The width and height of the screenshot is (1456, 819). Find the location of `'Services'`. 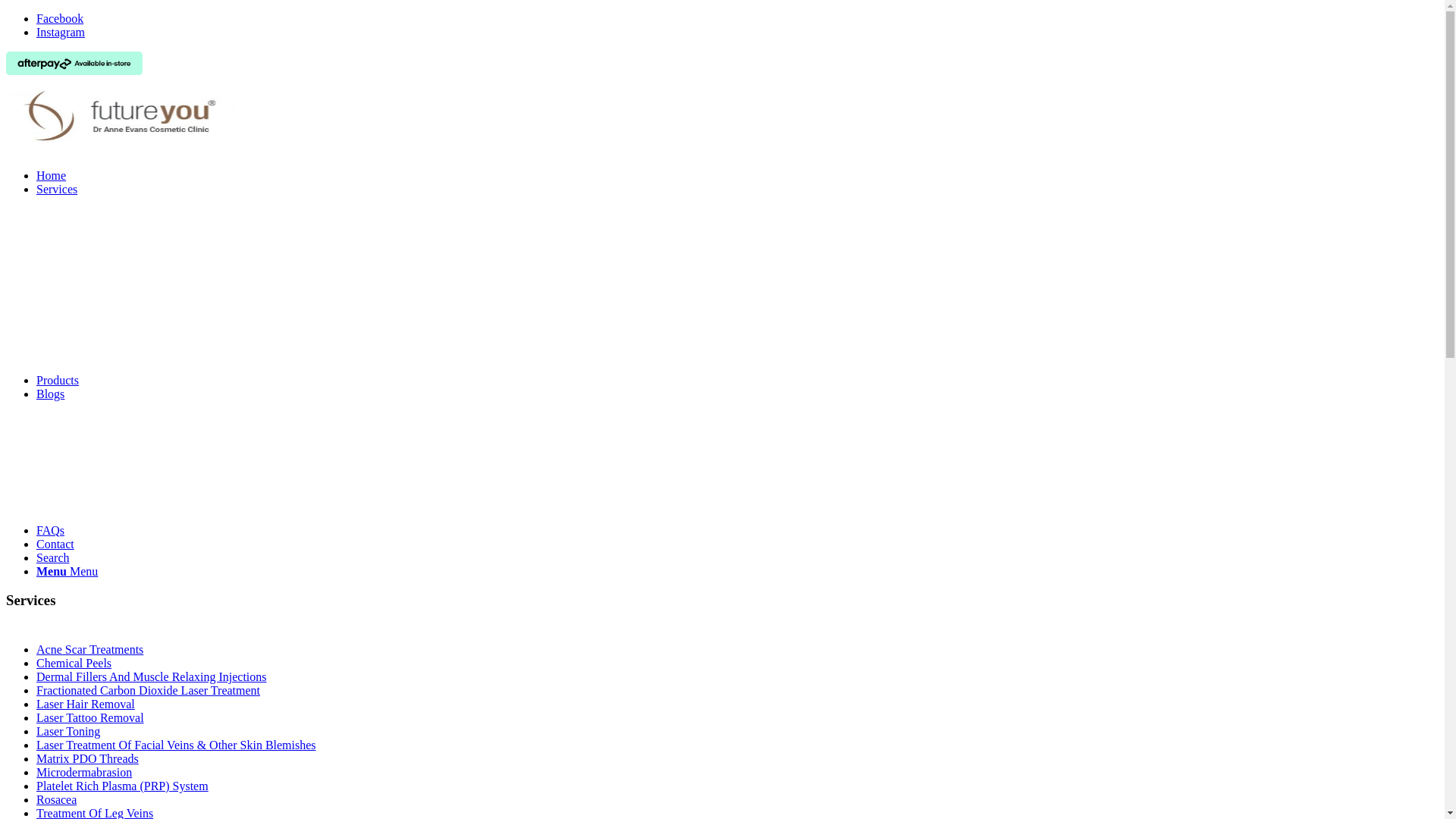

'Services' is located at coordinates (36, 188).